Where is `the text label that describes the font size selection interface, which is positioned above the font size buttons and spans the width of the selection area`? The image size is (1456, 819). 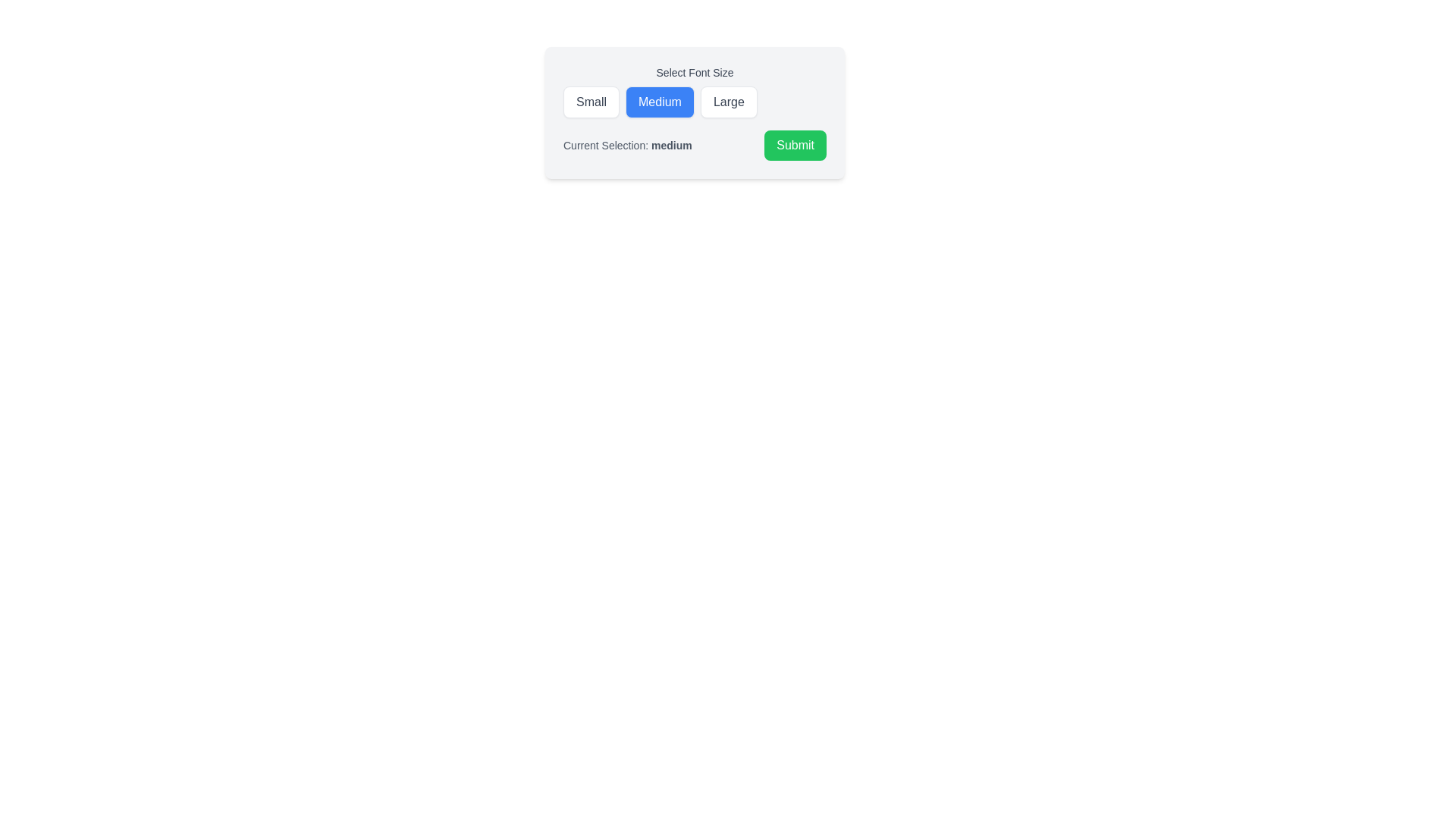 the text label that describes the font size selection interface, which is positioned above the font size buttons and spans the width of the selection area is located at coordinates (694, 73).